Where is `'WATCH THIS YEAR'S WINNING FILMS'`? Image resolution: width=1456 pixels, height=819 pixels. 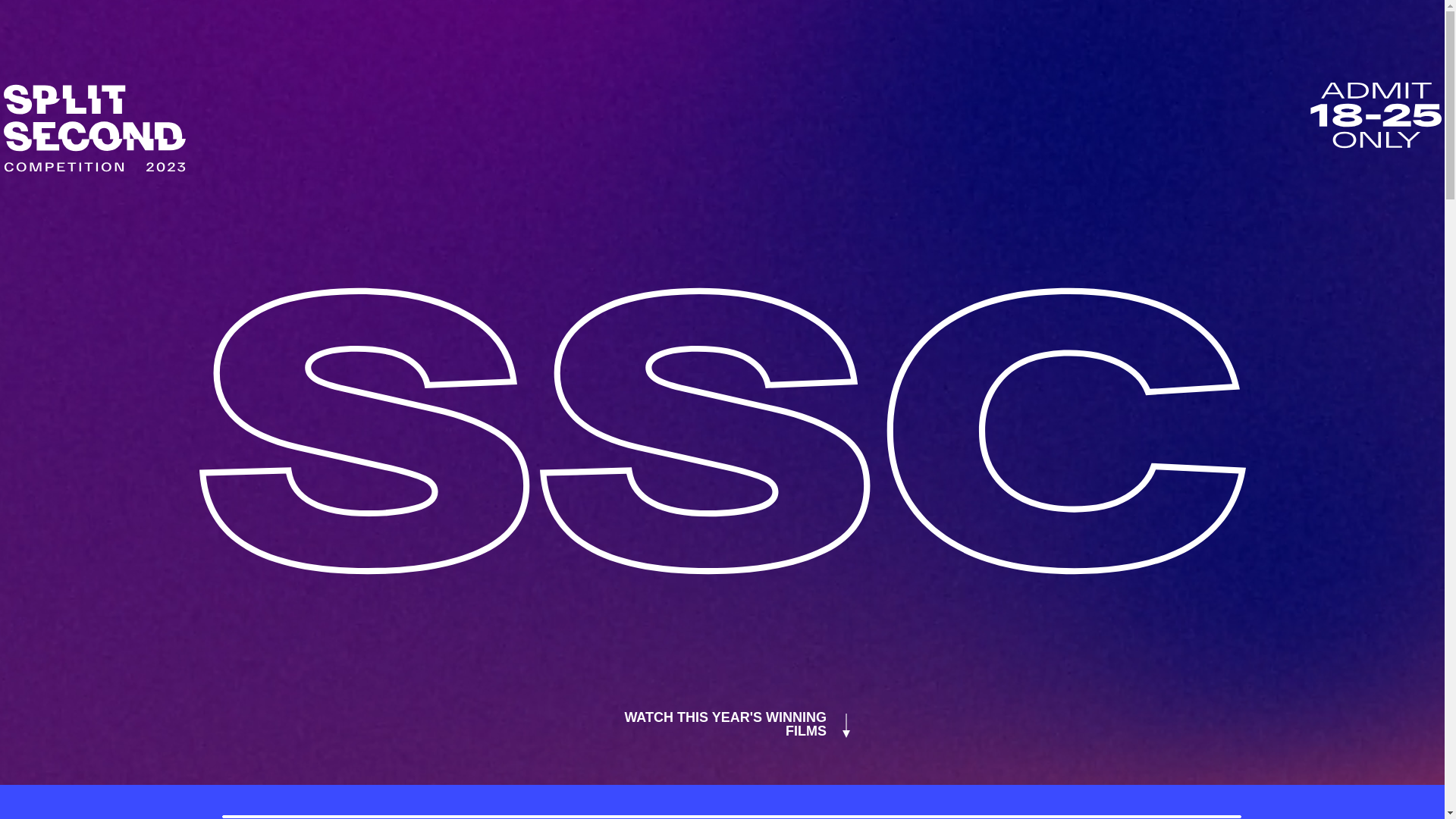
'WATCH THIS YEAR'S WINNING FILMS' is located at coordinates (721, 723).